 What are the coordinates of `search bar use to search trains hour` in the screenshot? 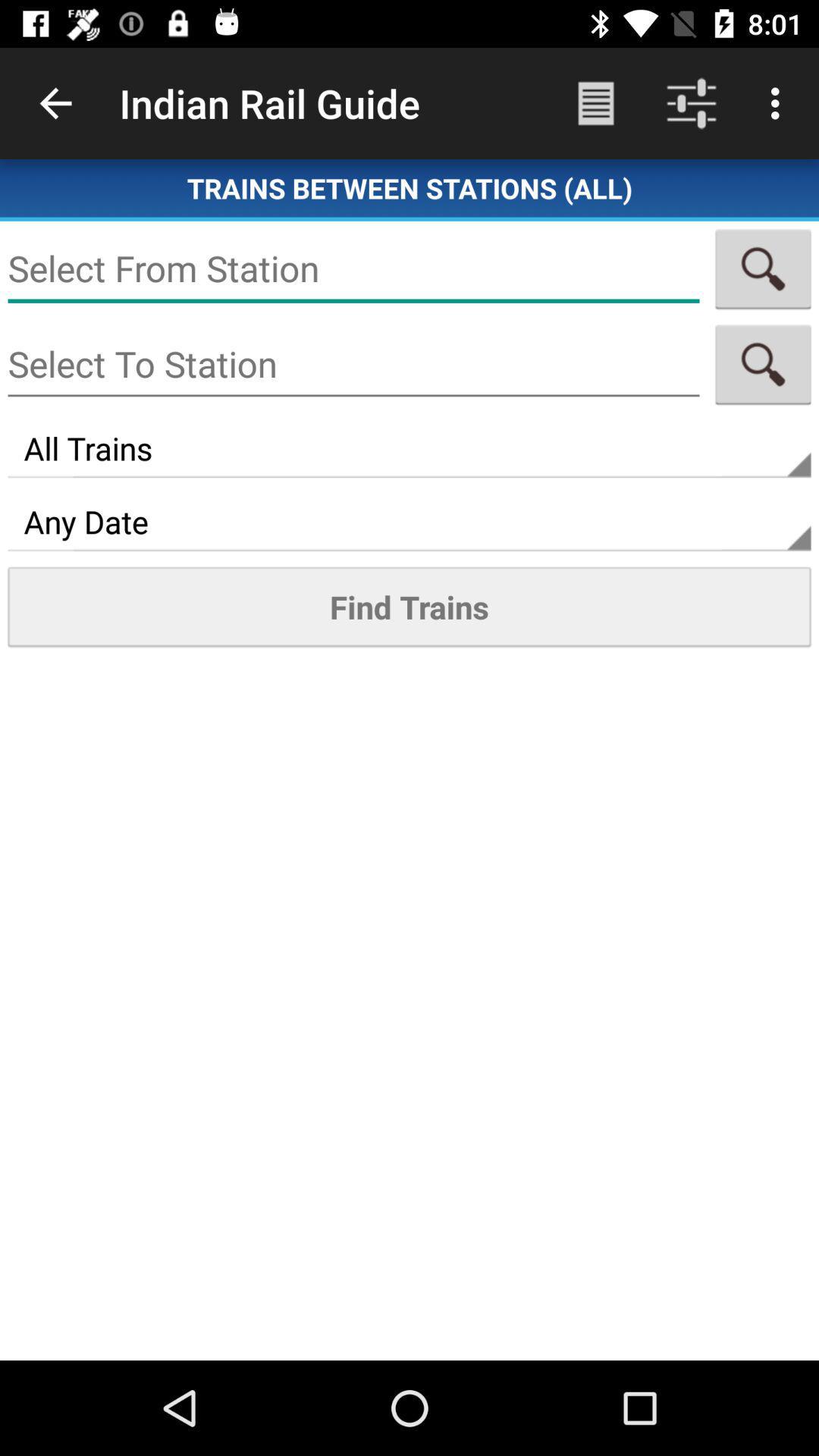 It's located at (763, 268).